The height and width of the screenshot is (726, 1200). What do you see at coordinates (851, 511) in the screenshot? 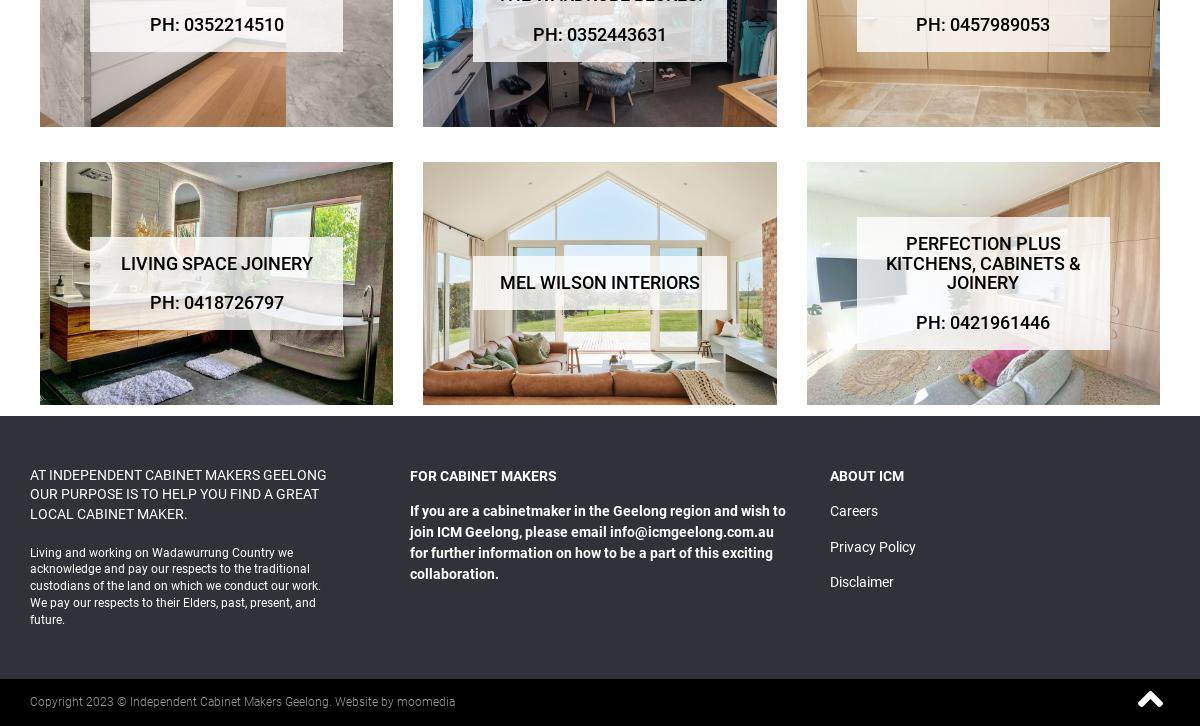
I see `'Careers'` at bounding box center [851, 511].